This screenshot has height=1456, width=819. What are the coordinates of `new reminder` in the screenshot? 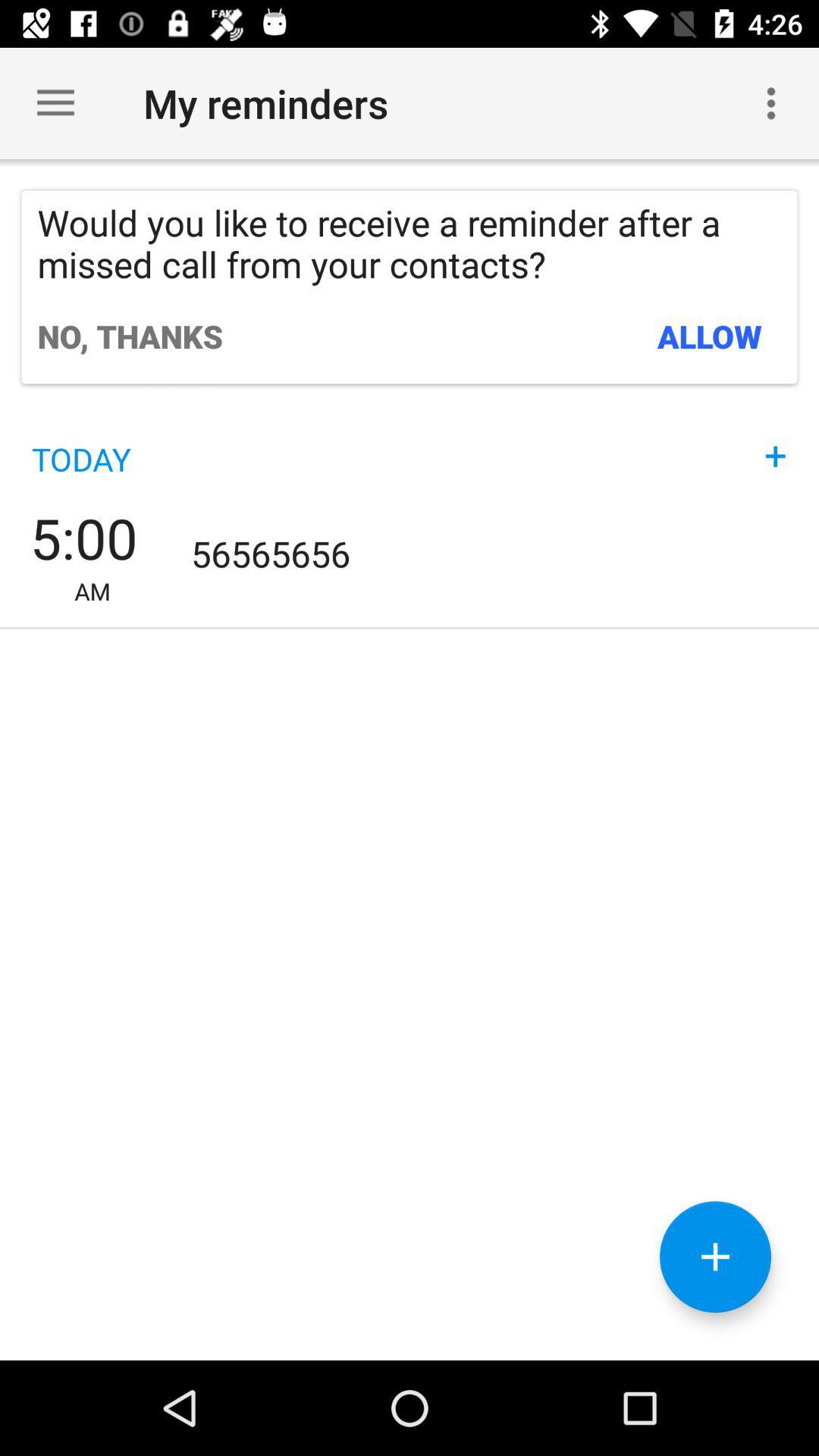 It's located at (715, 1257).